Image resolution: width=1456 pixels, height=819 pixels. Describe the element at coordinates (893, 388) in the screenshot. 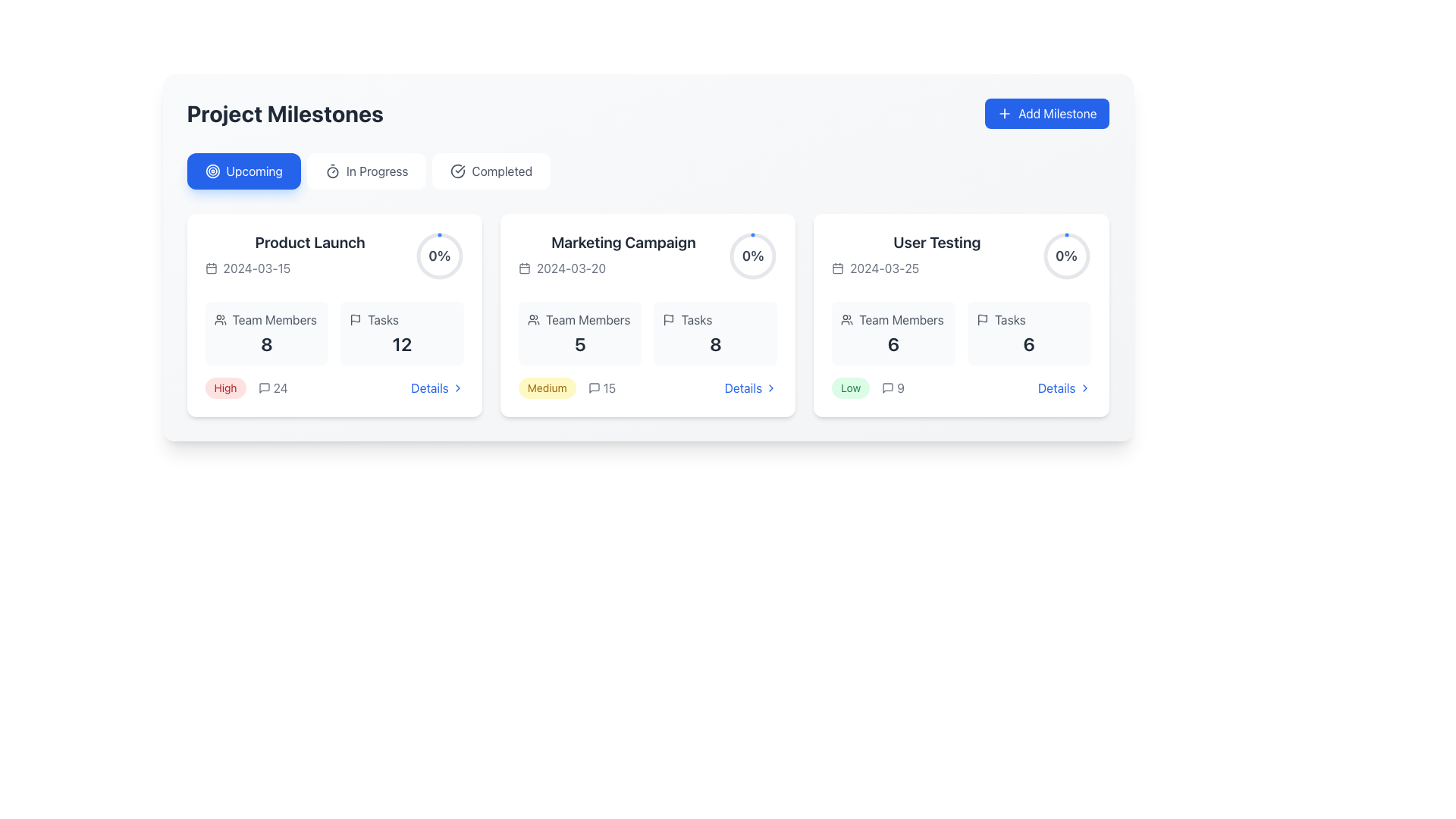

I see `the numeric text label displaying '9' that indicates the number of comments for the 'User Testing' task, located next to the 'Low' priority indicator` at that location.